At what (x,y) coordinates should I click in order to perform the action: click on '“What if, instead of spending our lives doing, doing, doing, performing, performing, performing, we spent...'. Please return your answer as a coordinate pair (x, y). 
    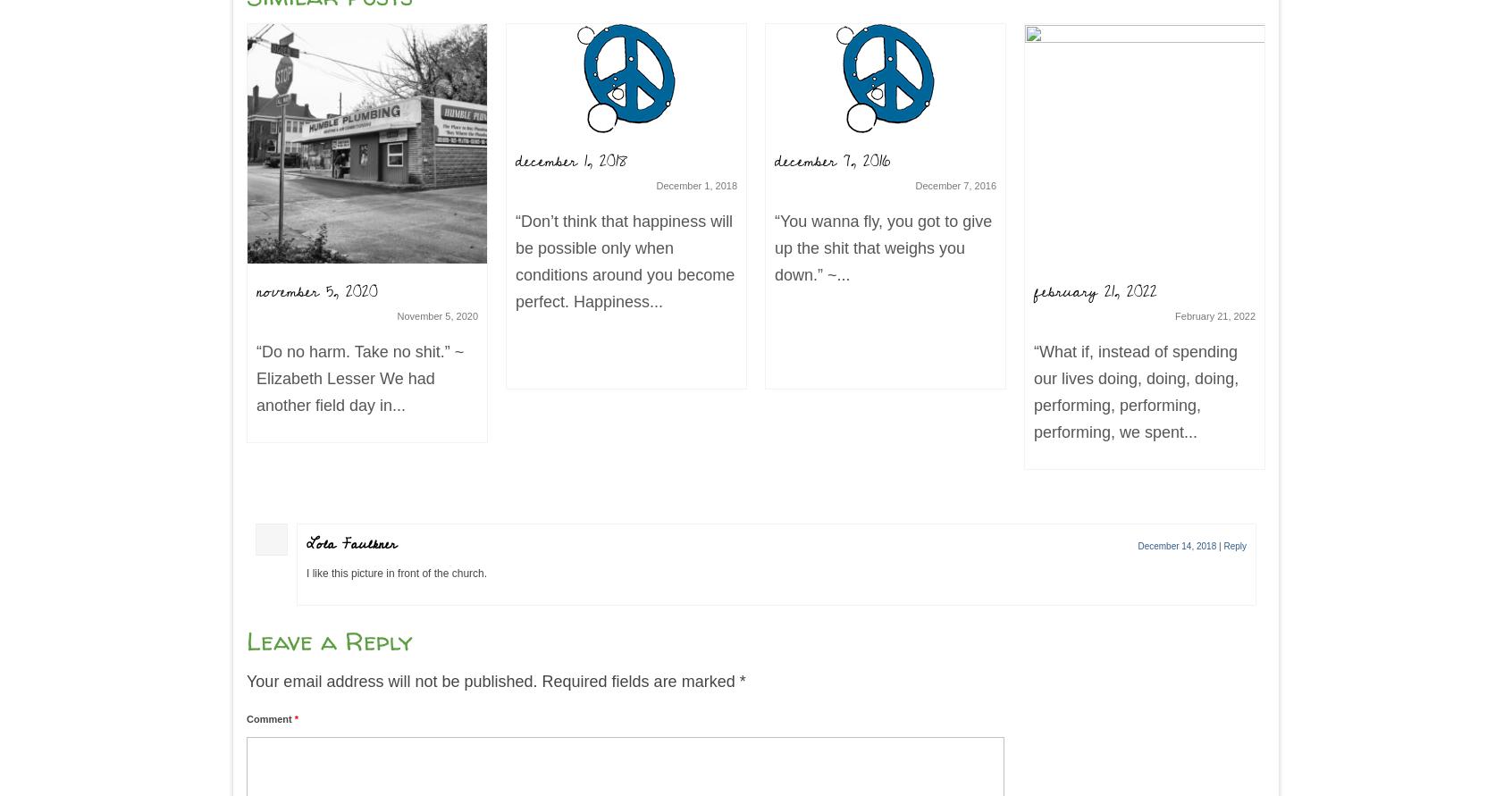
    Looking at the image, I should click on (1032, 391).